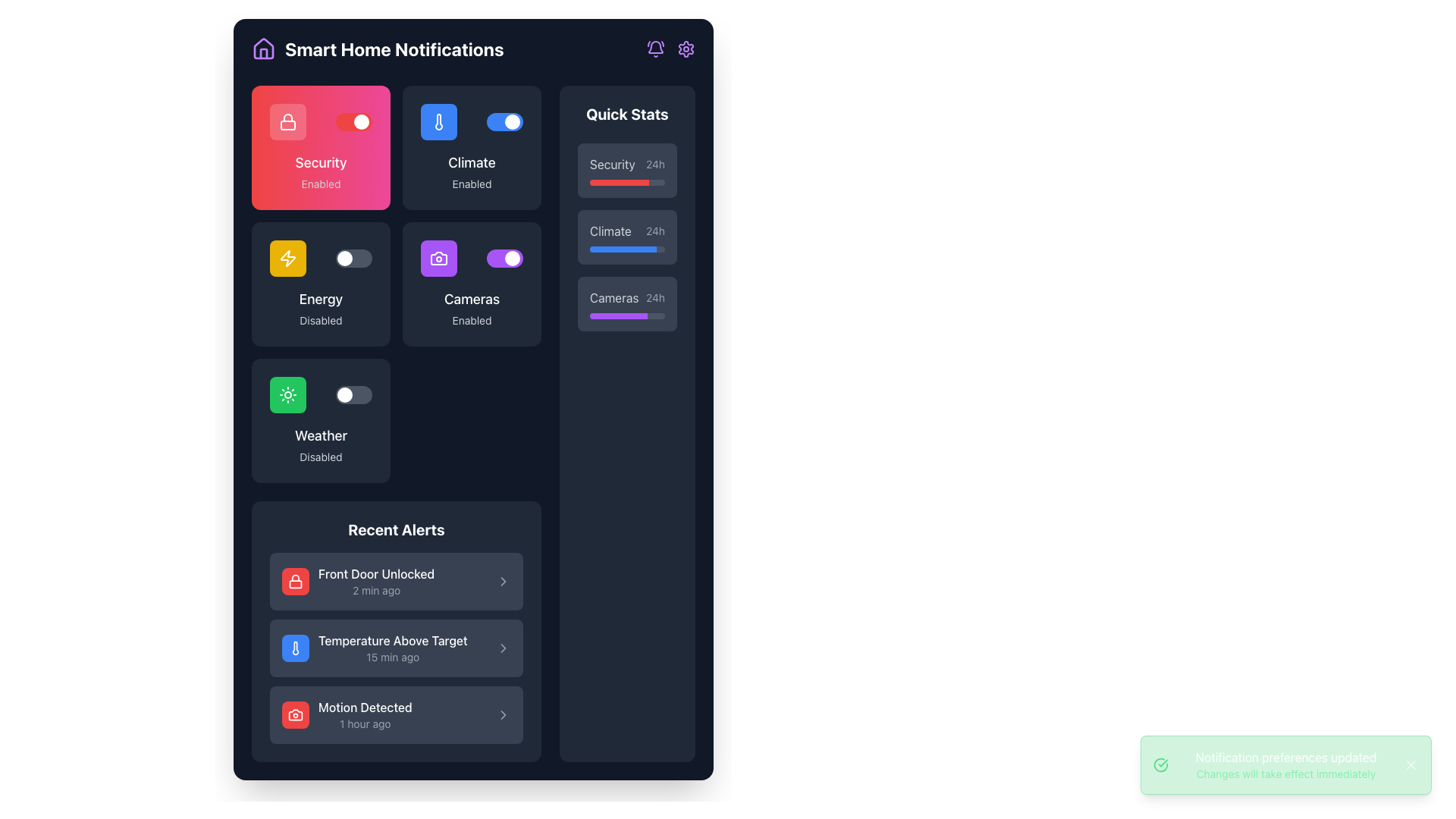 The width and height of the screenshot is (1456, 819). What do you see at coordinates (365, 723) in the screenshot?
I see `the text label reading '1 hour ago', which is styled in gray and located directly below the 'Motion Detected' label in the 'Recent Alerts' list` at bounding box center [365, 723].